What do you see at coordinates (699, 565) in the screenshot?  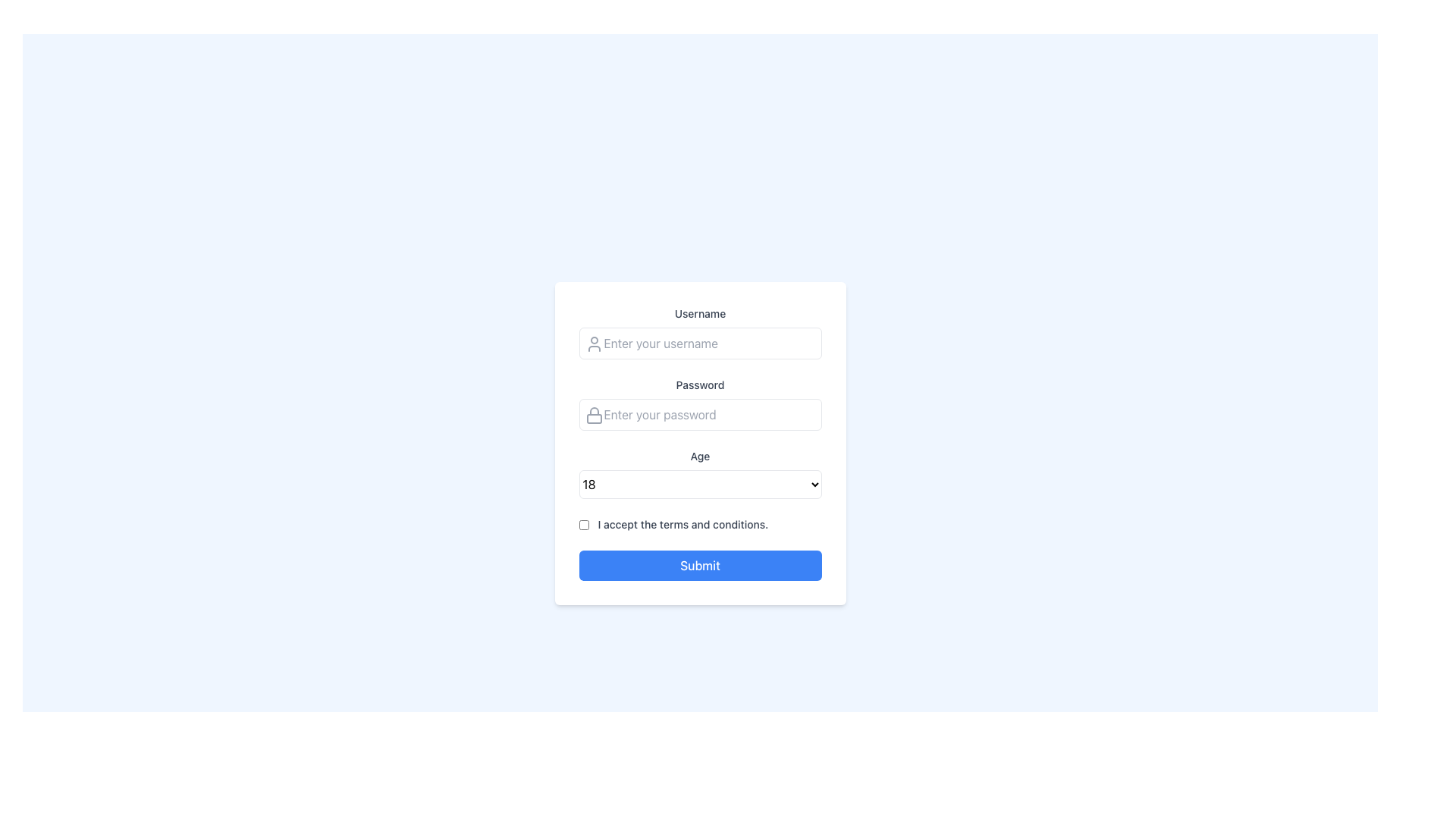 I see `the 'Submit' button, which is a wide rectangular button with rounded corners and the text 'Submit' in white bold font, located at the bottom of a centered card-style form interface` at bounding box center [699, 565].